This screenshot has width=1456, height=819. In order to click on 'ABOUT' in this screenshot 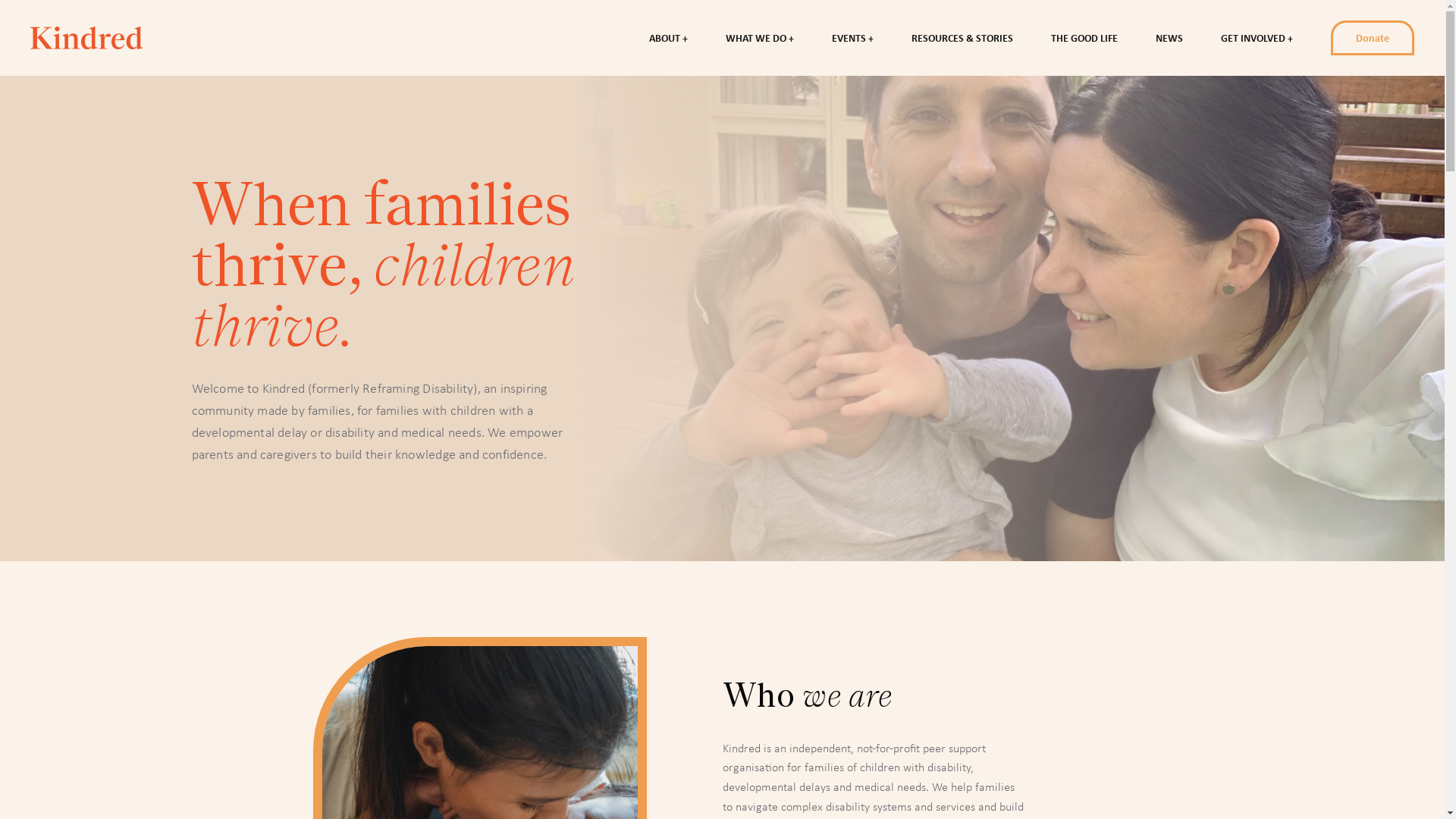, I will do `click(667, 37)`.